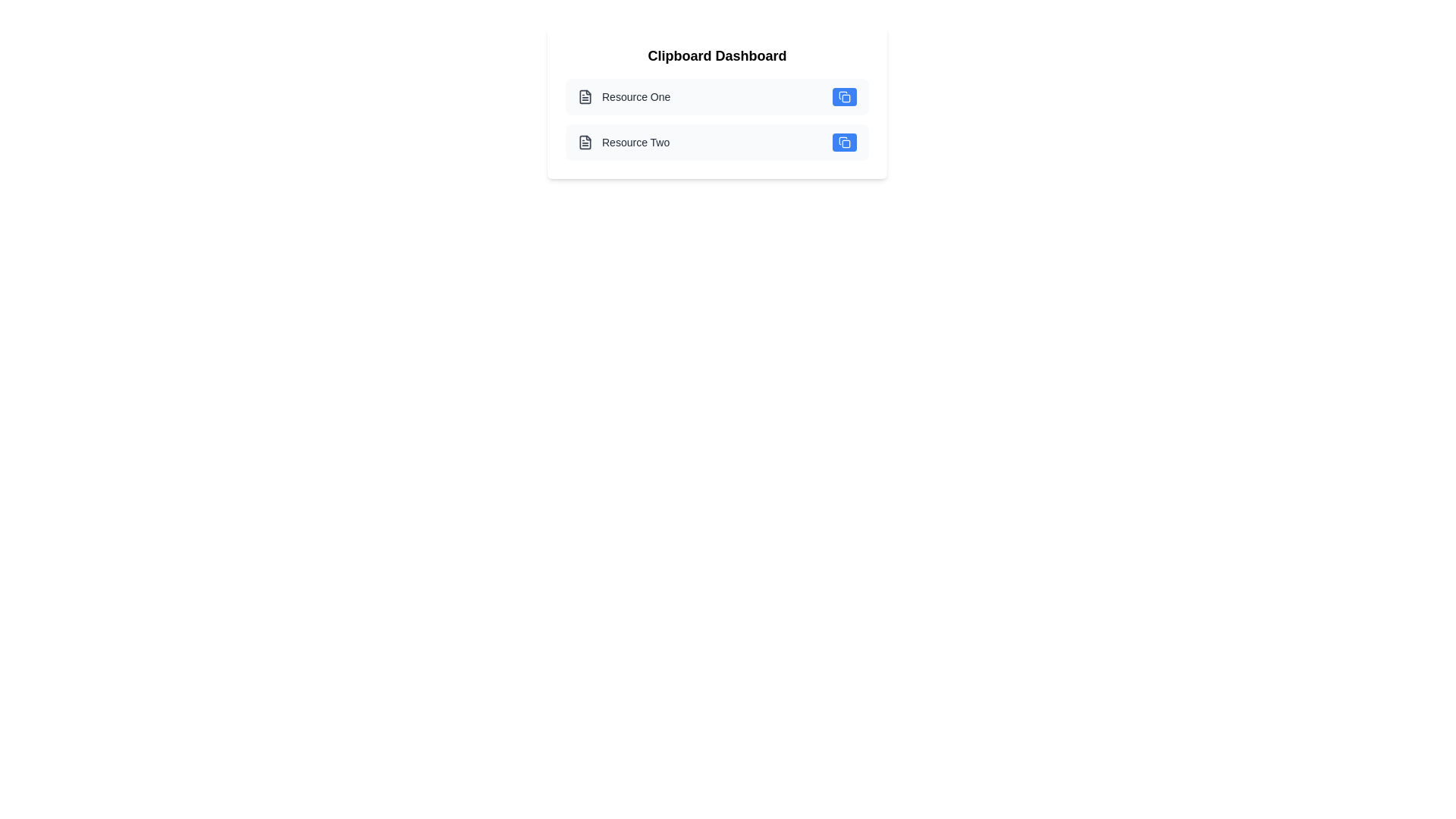 This screenshot has height=819, width=1456. I want to click on the first resource row in the dashboard section that provides access to 'Resource One' and 'Resource Two' for details, so click(716, 102).